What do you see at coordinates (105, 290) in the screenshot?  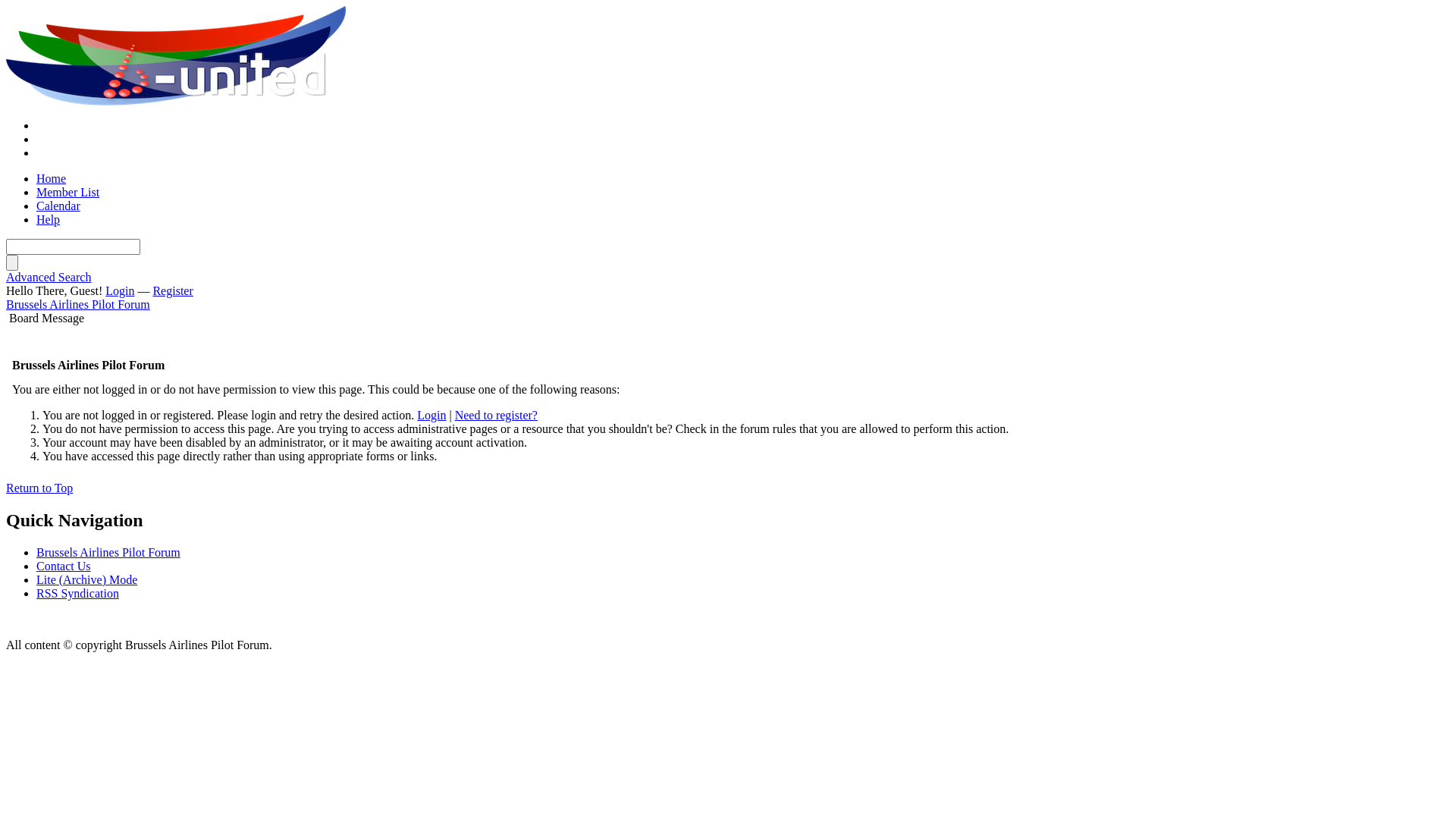 I see `'Login'` at bounding box center [105, 290].